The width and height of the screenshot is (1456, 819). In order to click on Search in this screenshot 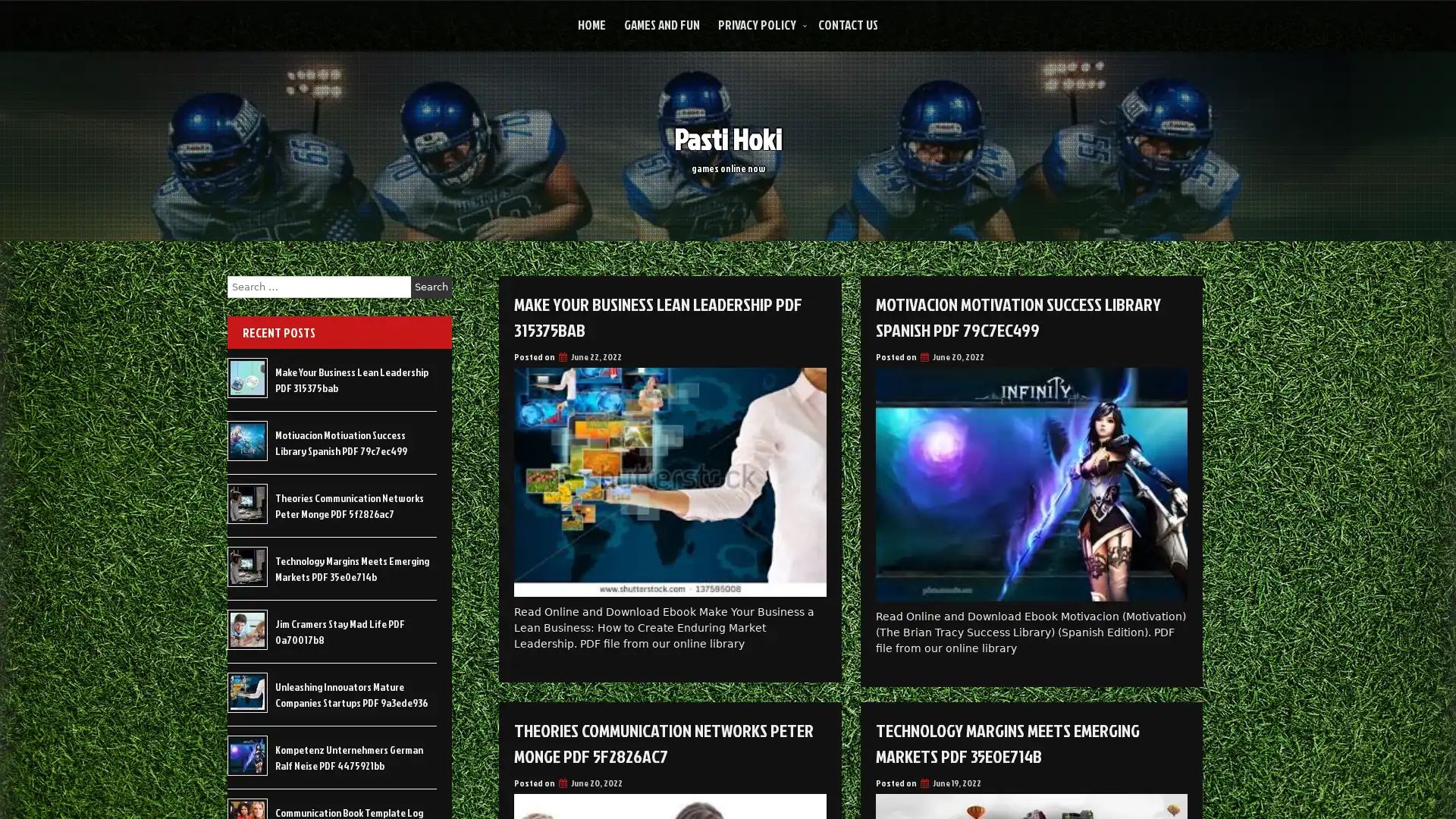, I will do `click(431, 287)`.